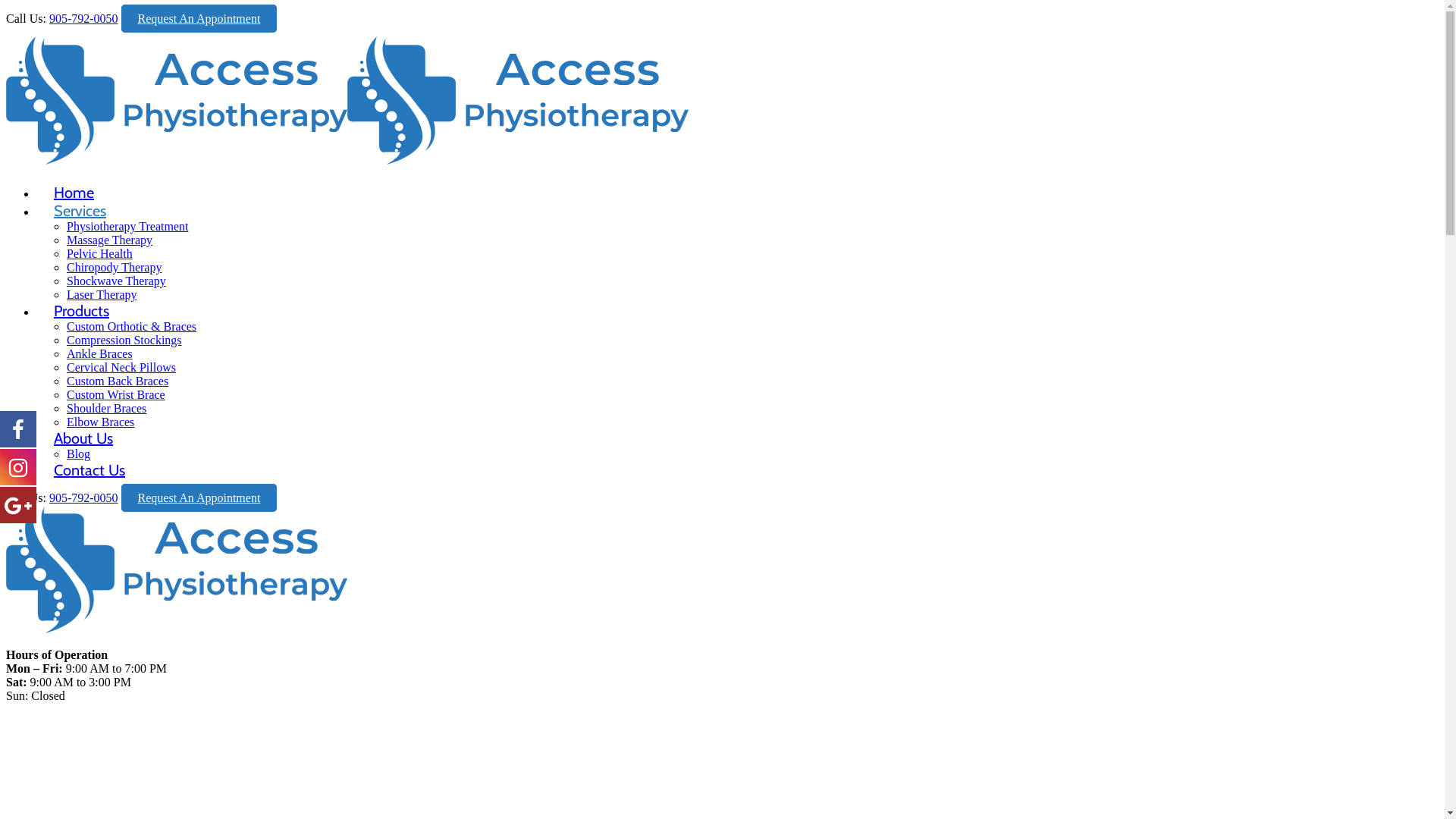 The width and height of the screenshot is (1456, 819). Describe the element at coordinates (65, 353) in the screenshot. I see `'Ankle Braces'` at that location.